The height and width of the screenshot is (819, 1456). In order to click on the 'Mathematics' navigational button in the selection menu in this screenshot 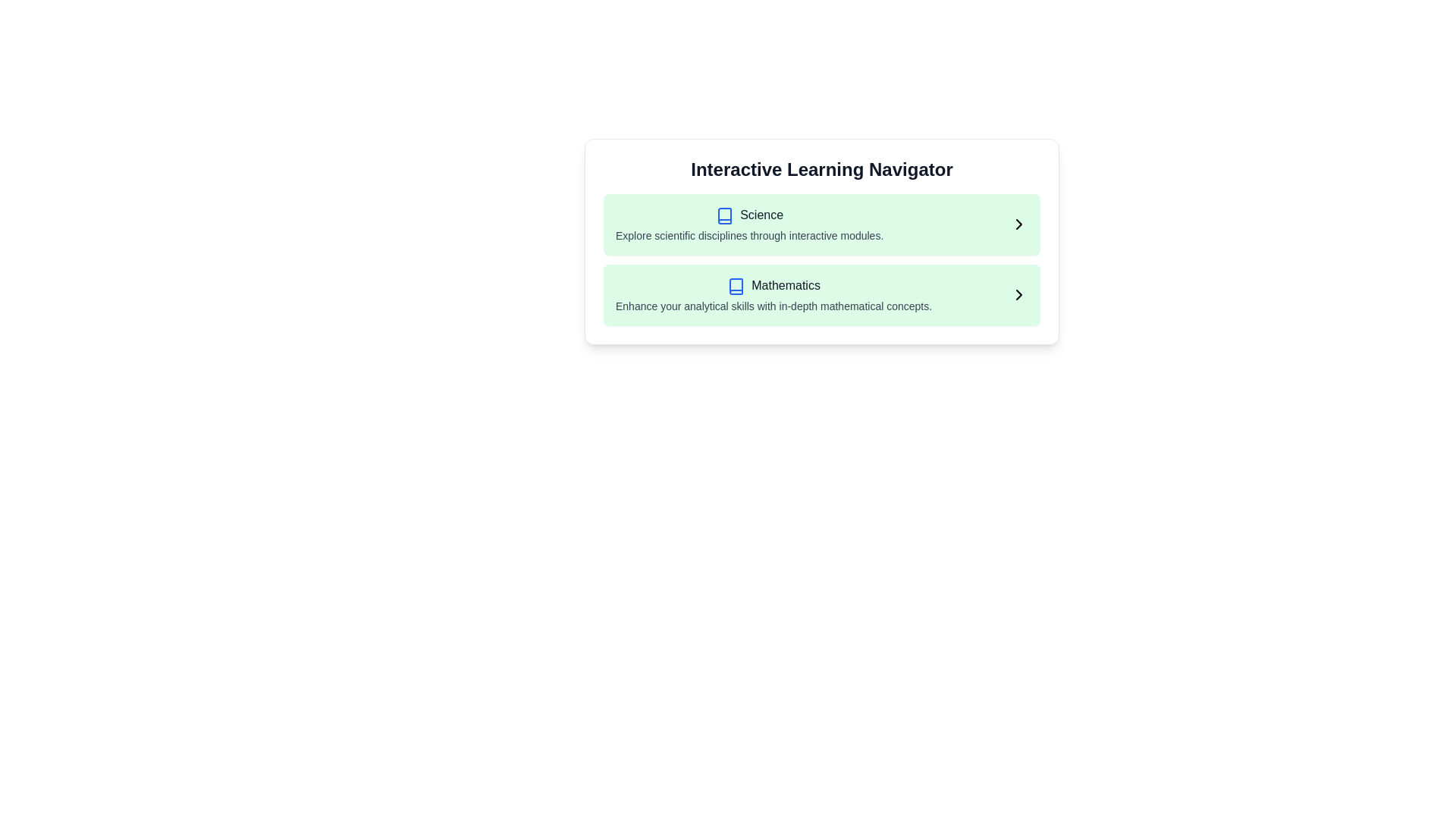, I will do `click(821, 295)`.